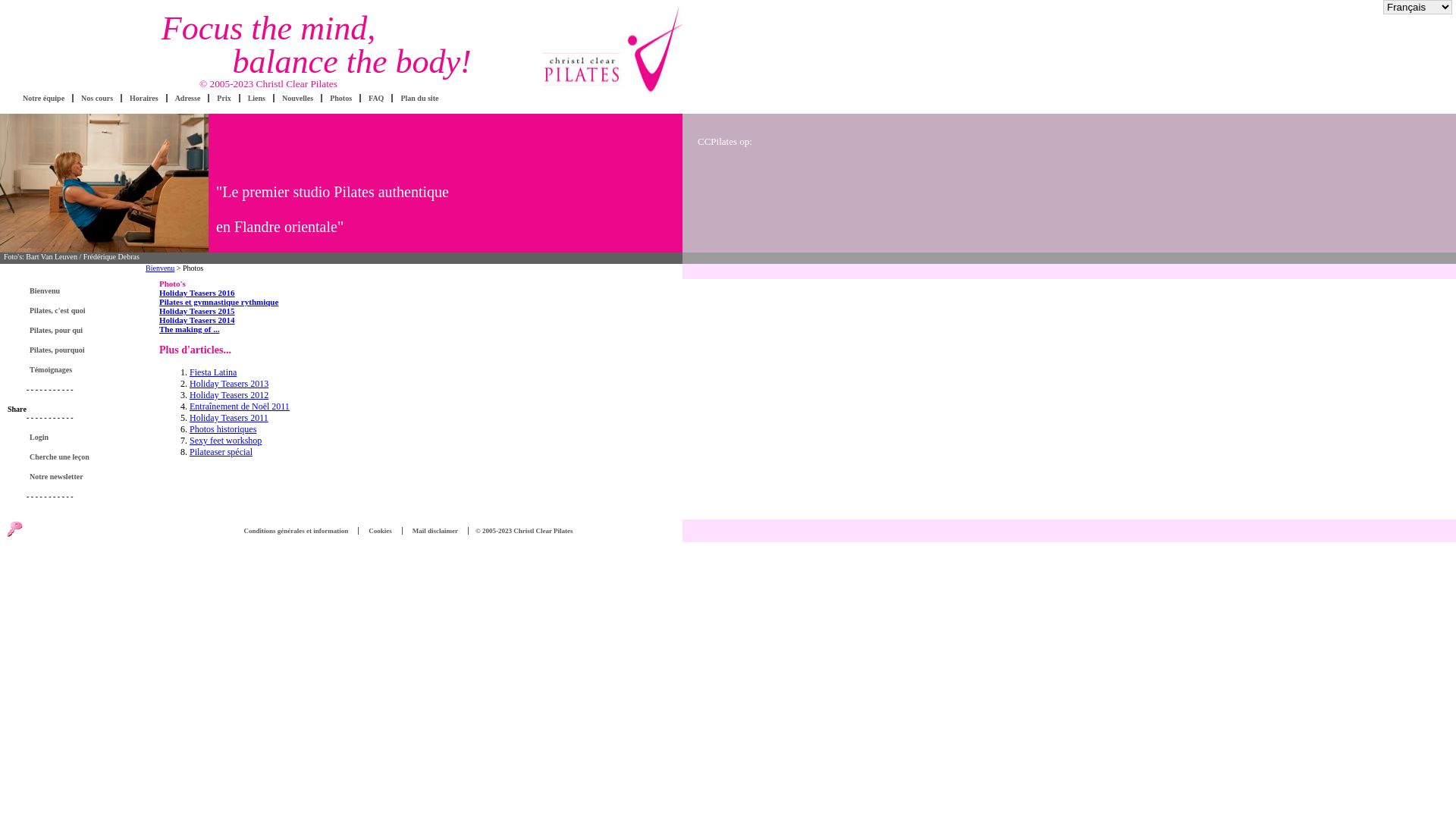 This screenshot has height=819, width=1456. Describe the element at coordinates (26, 309) in the screenshot. I see `'Pilates, c'est quoi'` at that location.